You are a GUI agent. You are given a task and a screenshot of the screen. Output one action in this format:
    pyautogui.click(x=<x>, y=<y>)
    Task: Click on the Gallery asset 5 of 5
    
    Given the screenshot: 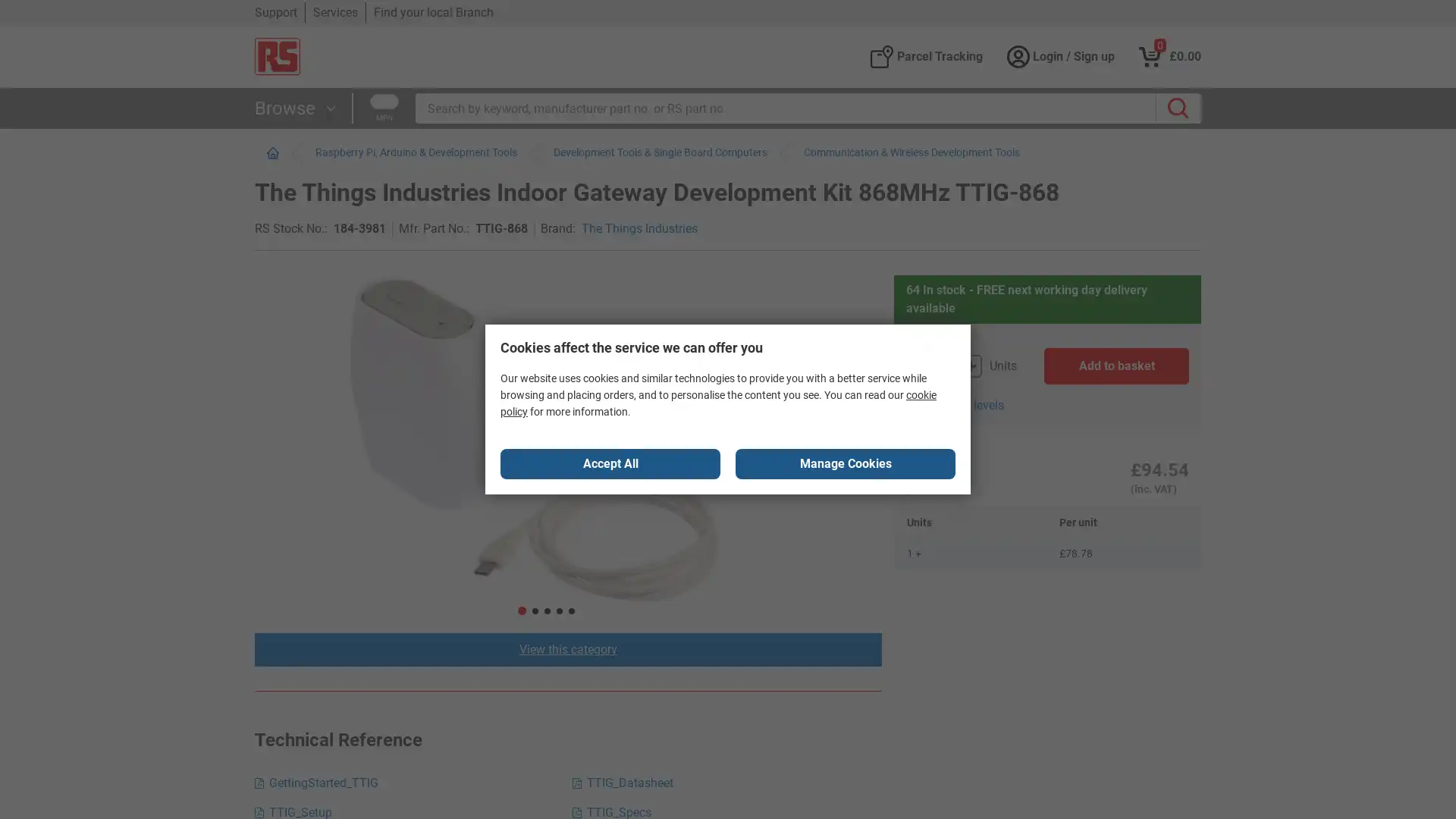 What is the action you would take?
    pyautogui.click(x=297, y=626)
    